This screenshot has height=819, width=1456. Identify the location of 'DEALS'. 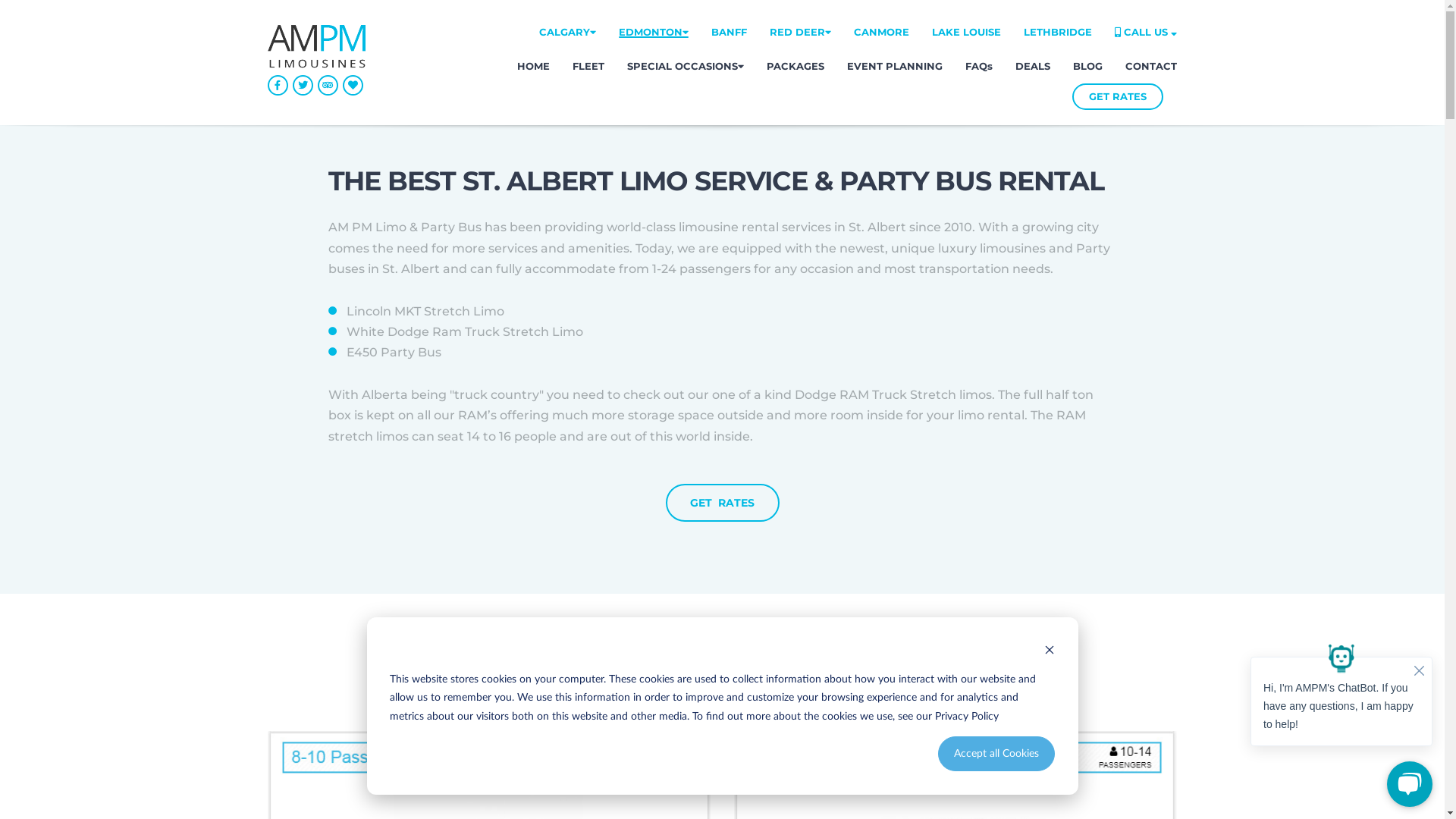
(1015, 65).